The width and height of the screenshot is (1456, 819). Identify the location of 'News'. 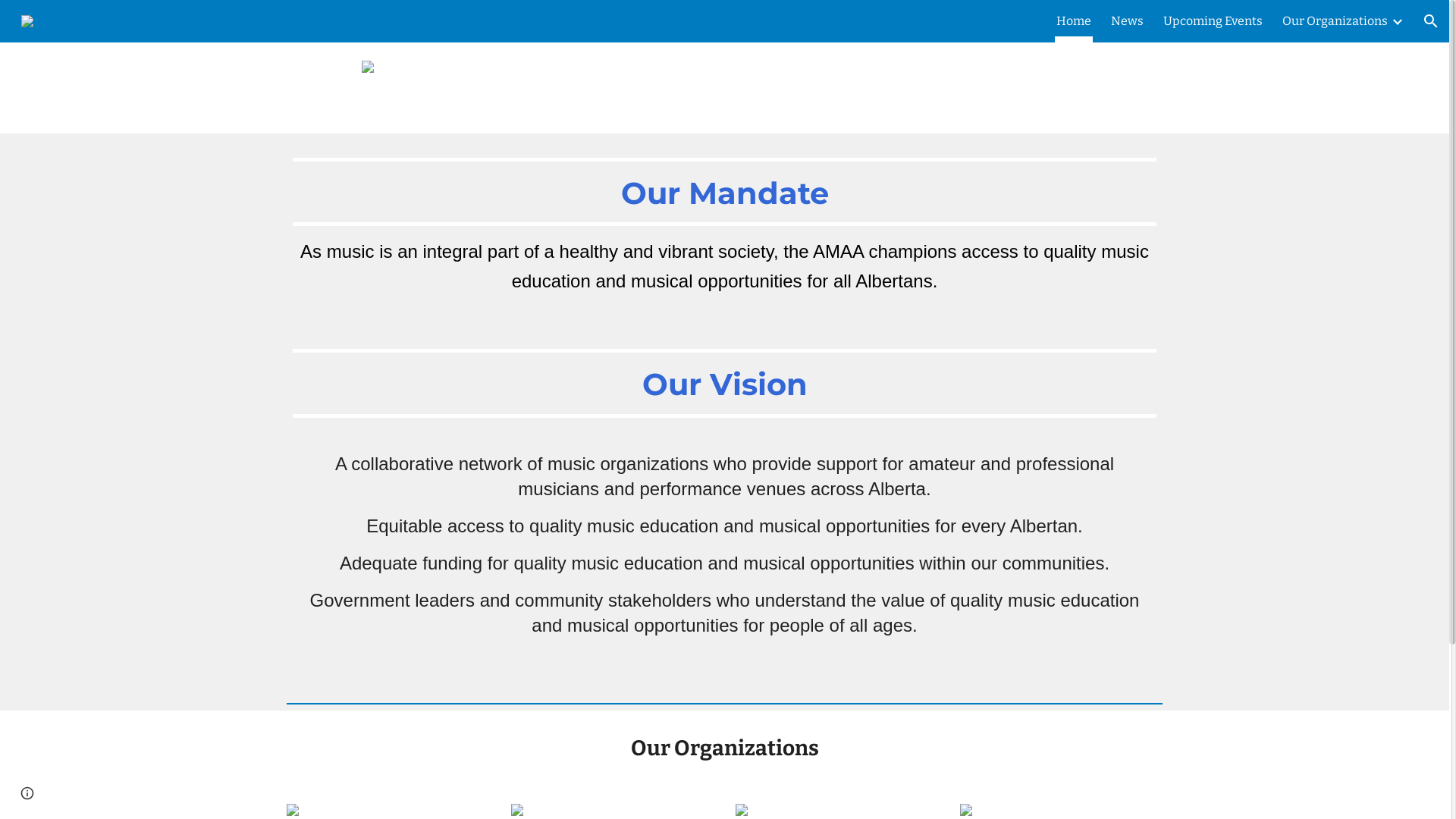
(1110, 20).